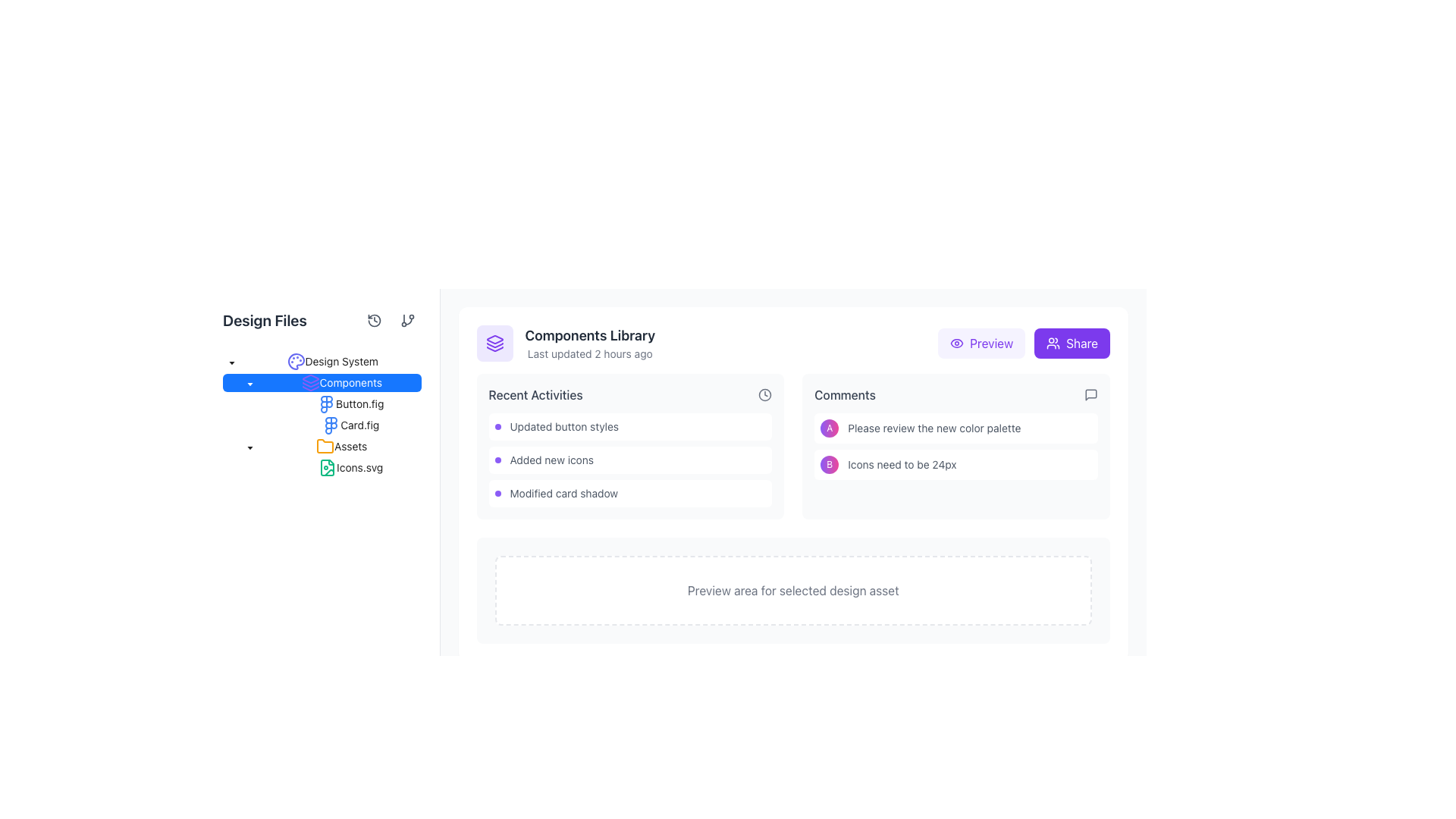  What do you see at coordinates (340, 446) in the screenshot?
I see `the 'Assets' folder item` at bounding box center [340, 446].